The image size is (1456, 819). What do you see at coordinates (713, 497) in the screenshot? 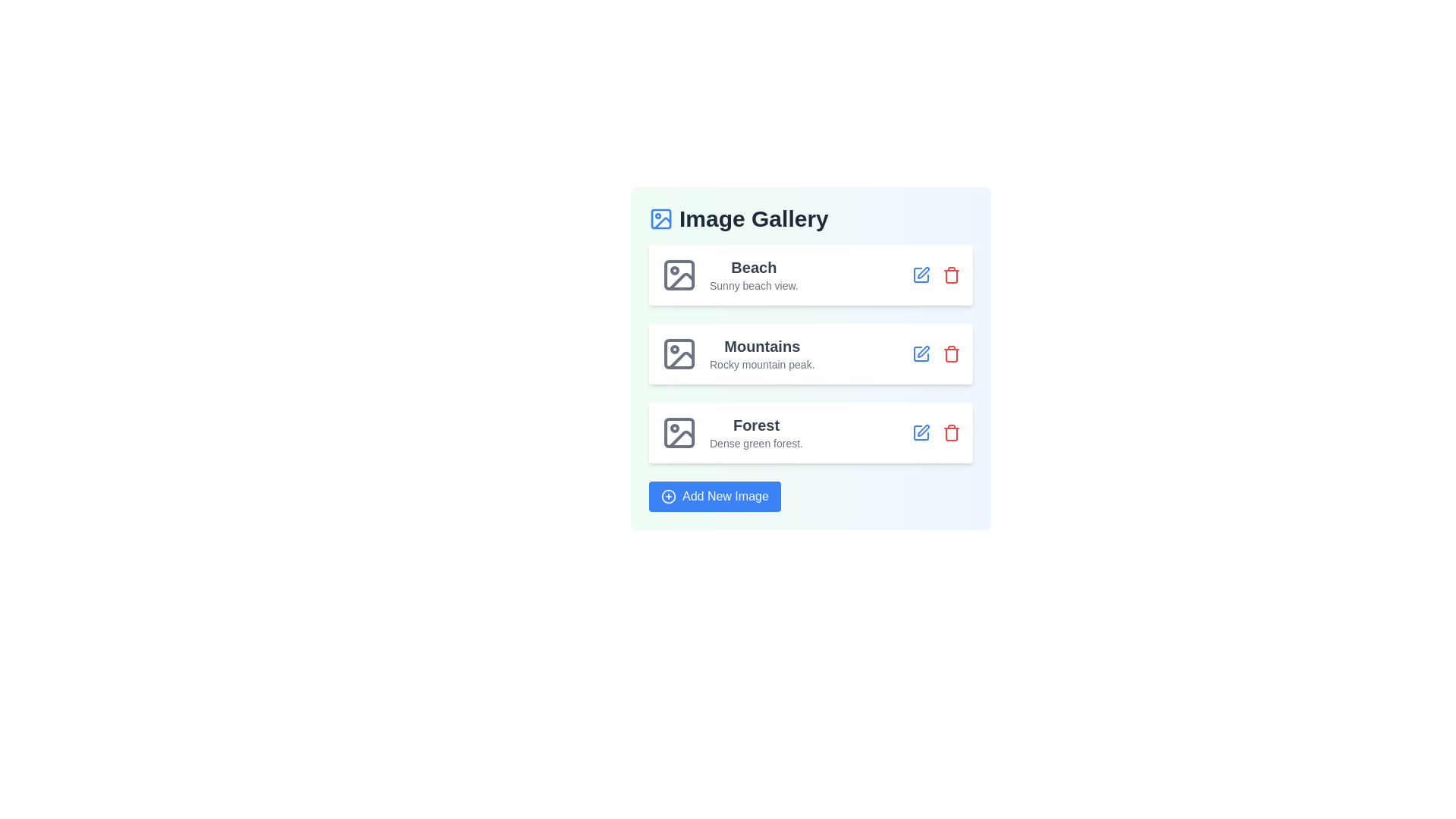
I see `'Add New Image' button to add a new image to the gallery` at bounding box center [713, 497].